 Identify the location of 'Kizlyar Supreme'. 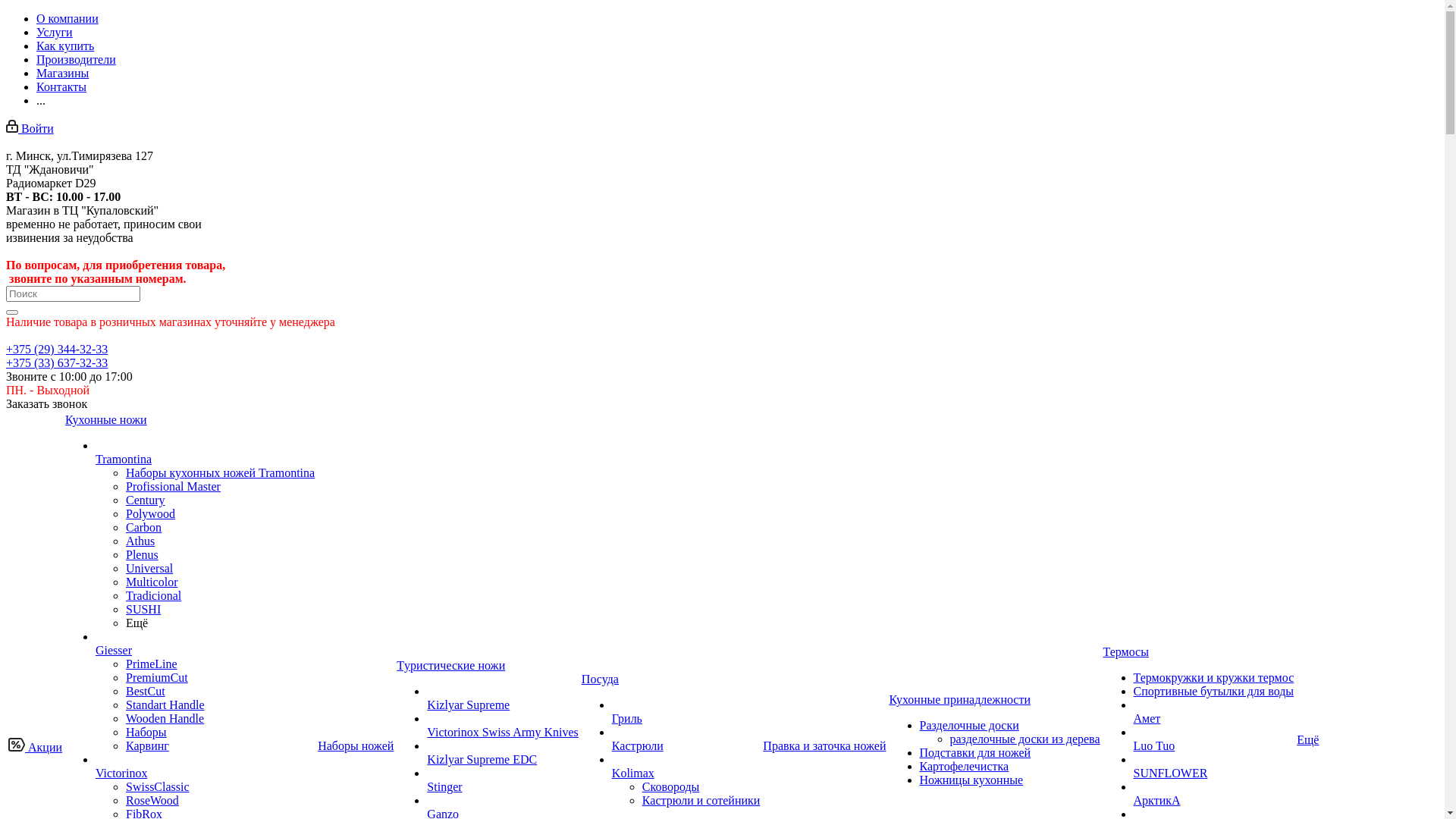
(426, 695).